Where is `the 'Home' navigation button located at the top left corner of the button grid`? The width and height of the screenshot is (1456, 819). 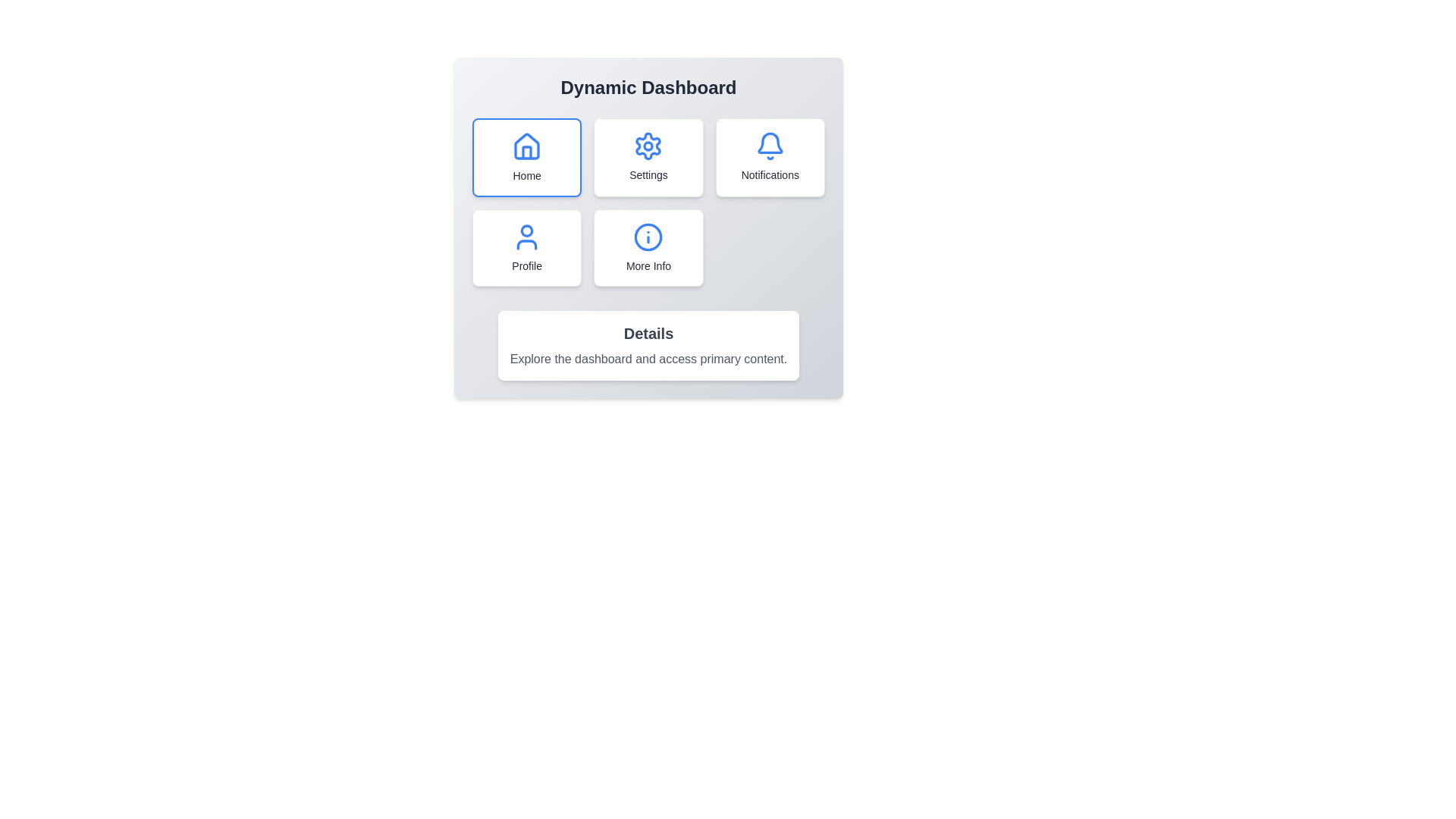 the 'Home' navigation button located at the top left corner of the button grid is located at coordinates (527, 158).